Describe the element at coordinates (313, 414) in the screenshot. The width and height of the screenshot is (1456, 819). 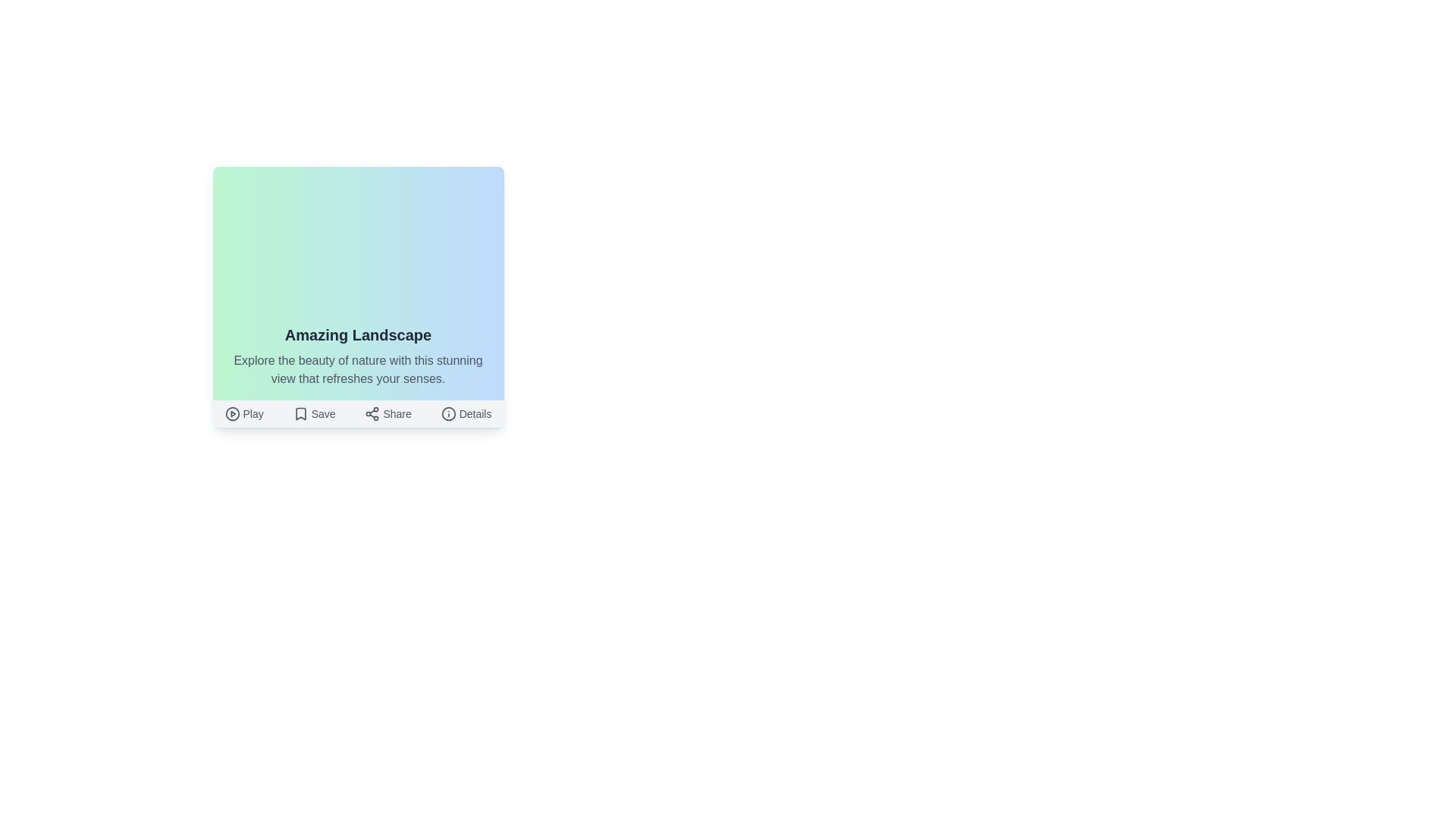
I see `the 'Save' button located between the 'Play' and 'Share' options` at that location.